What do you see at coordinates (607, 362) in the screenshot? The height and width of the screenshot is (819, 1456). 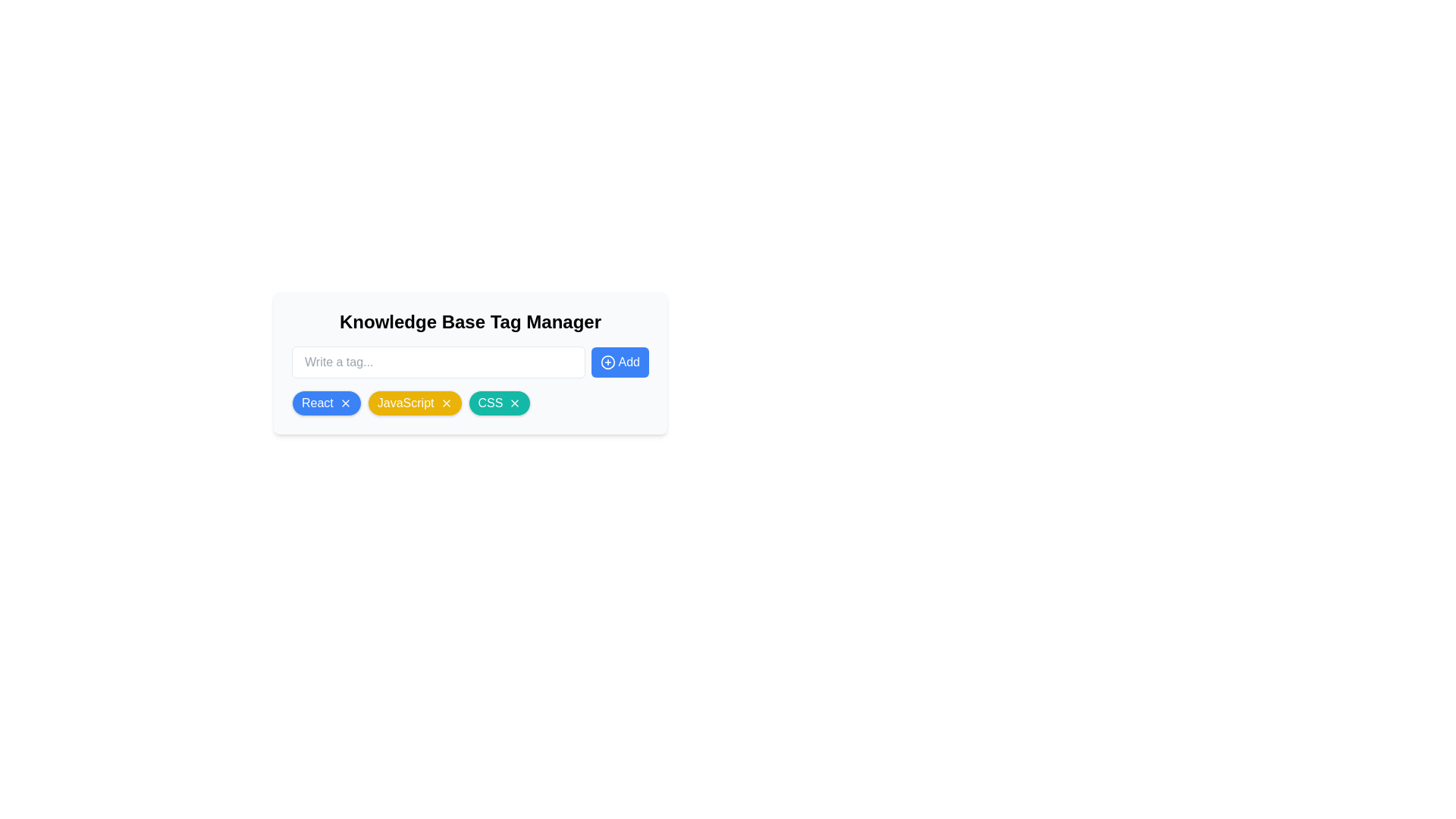 I see `the 'Add' icon located to the left of the 'Add' text to trigger a tooltip or visual feedback` at bounding box center [607, 362].